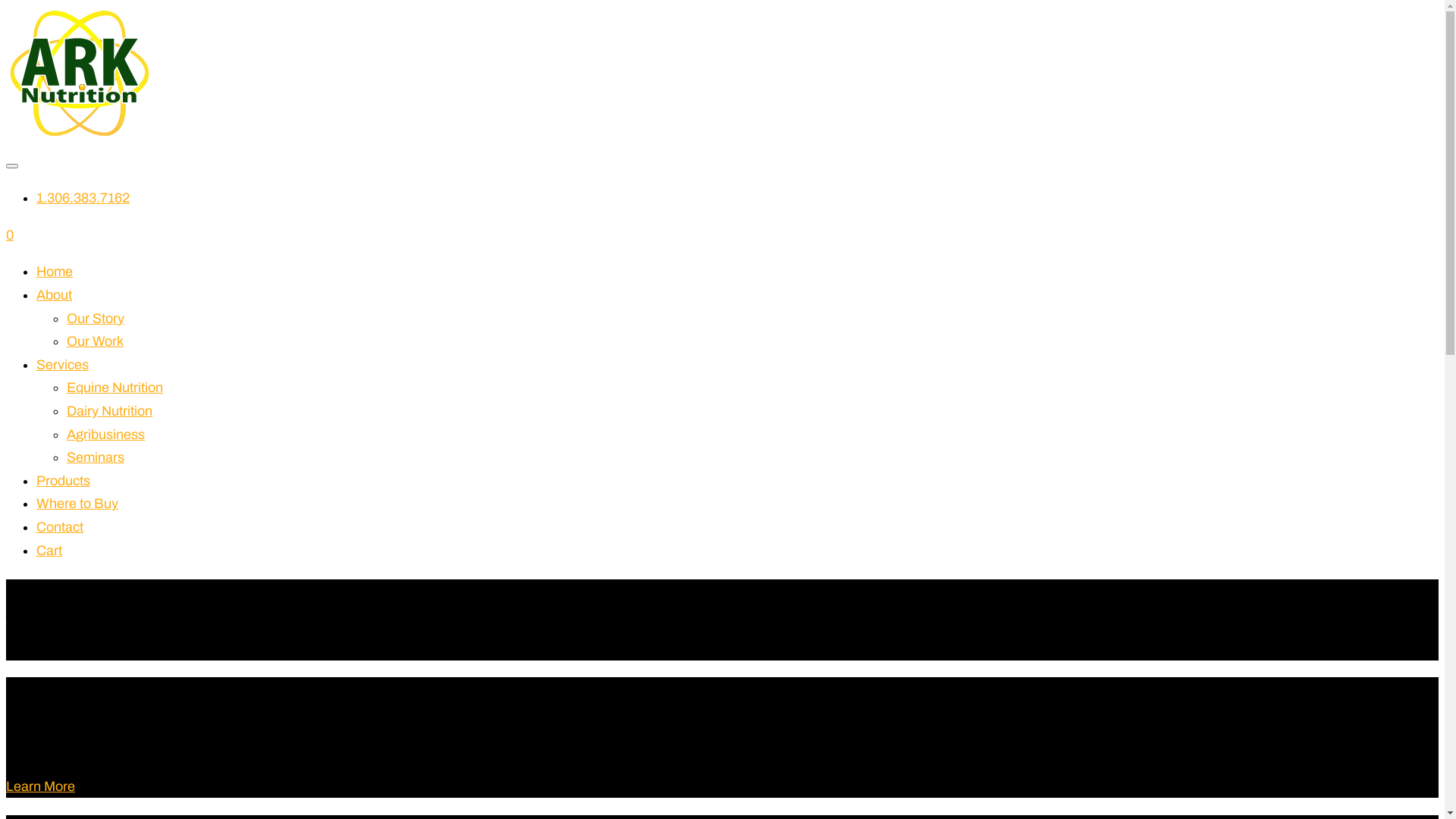 The width and height of the screenshot is (1456, 819). I want to click on '0', so click(10, 234).